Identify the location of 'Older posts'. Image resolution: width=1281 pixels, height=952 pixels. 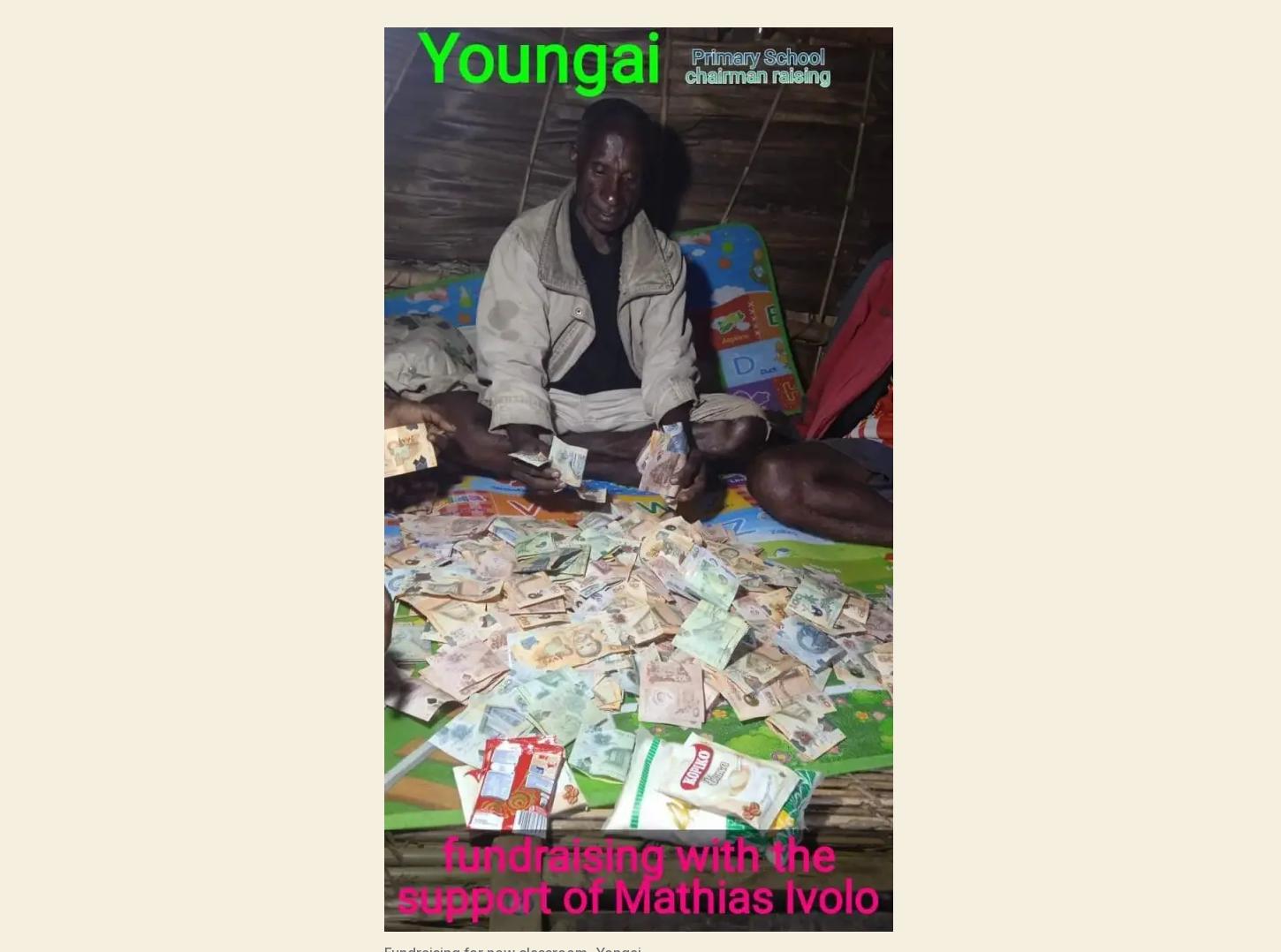
(639, 536).